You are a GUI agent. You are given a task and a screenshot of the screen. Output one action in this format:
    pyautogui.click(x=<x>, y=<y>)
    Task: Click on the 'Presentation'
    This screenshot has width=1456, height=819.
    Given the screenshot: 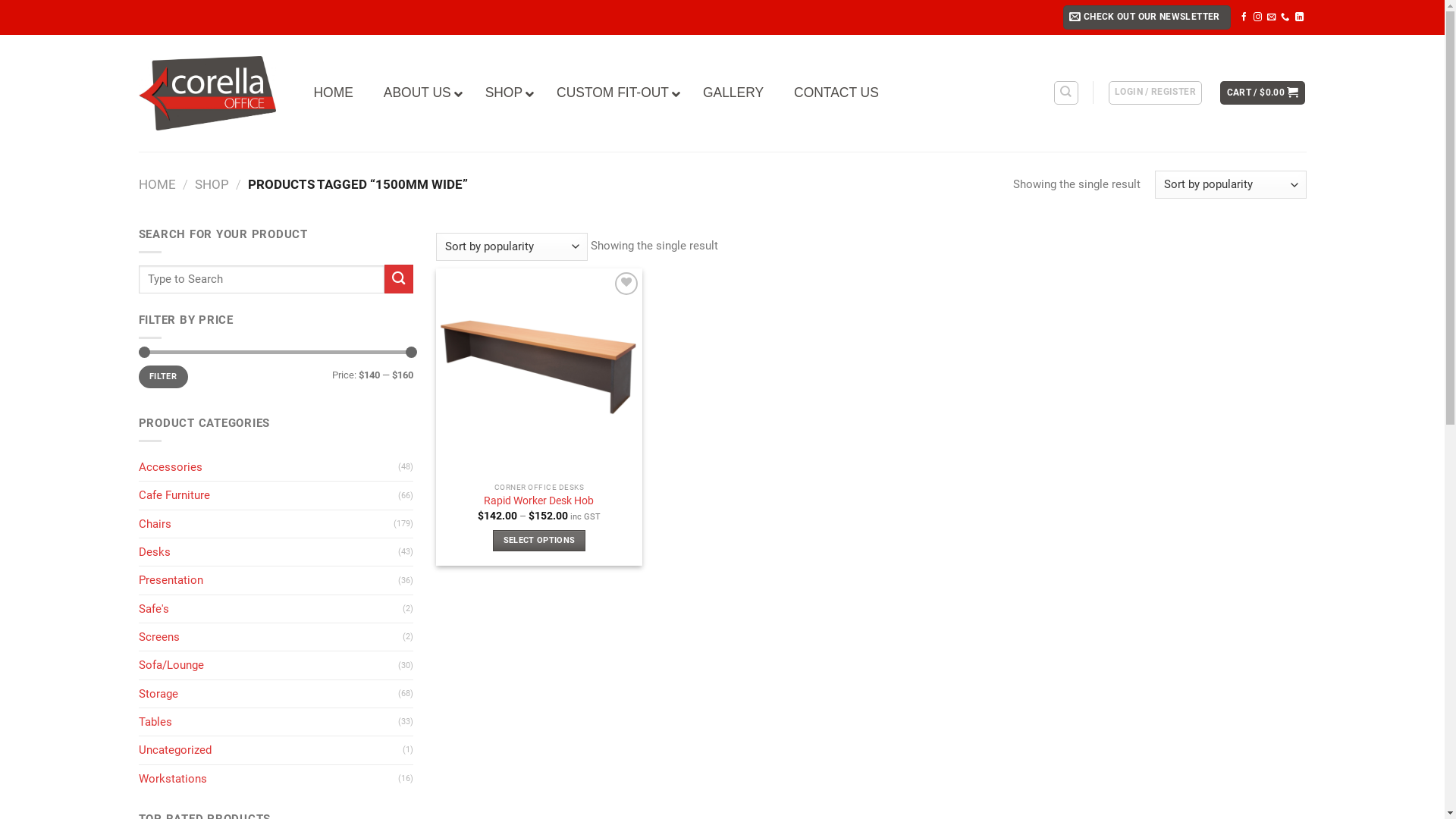 What is the action you would take?
    pyautogui.click(x=268, y=579)
    